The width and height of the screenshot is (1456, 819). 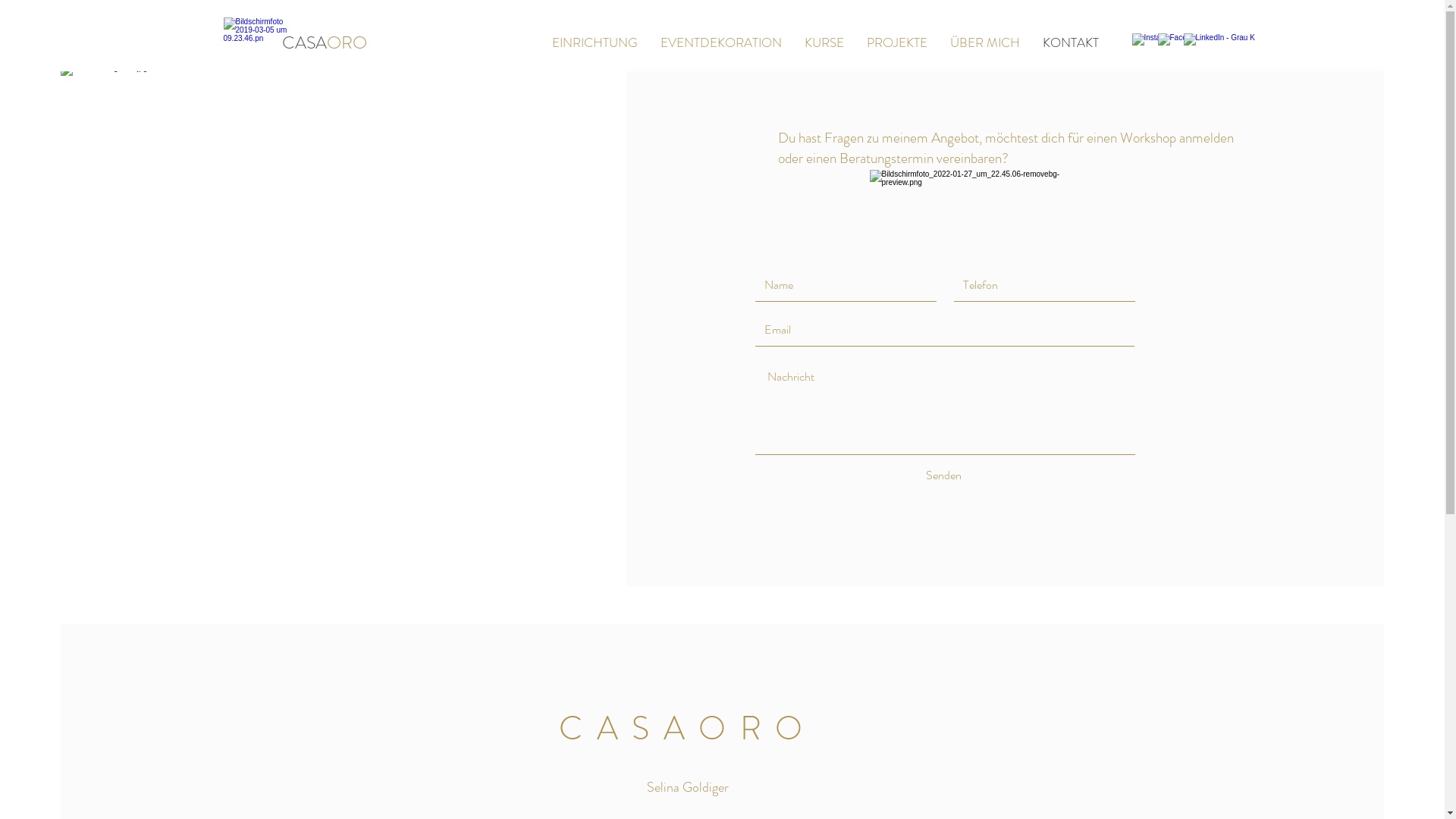 I want to click on 'PROJEKTE', so click(x=896, y=42).